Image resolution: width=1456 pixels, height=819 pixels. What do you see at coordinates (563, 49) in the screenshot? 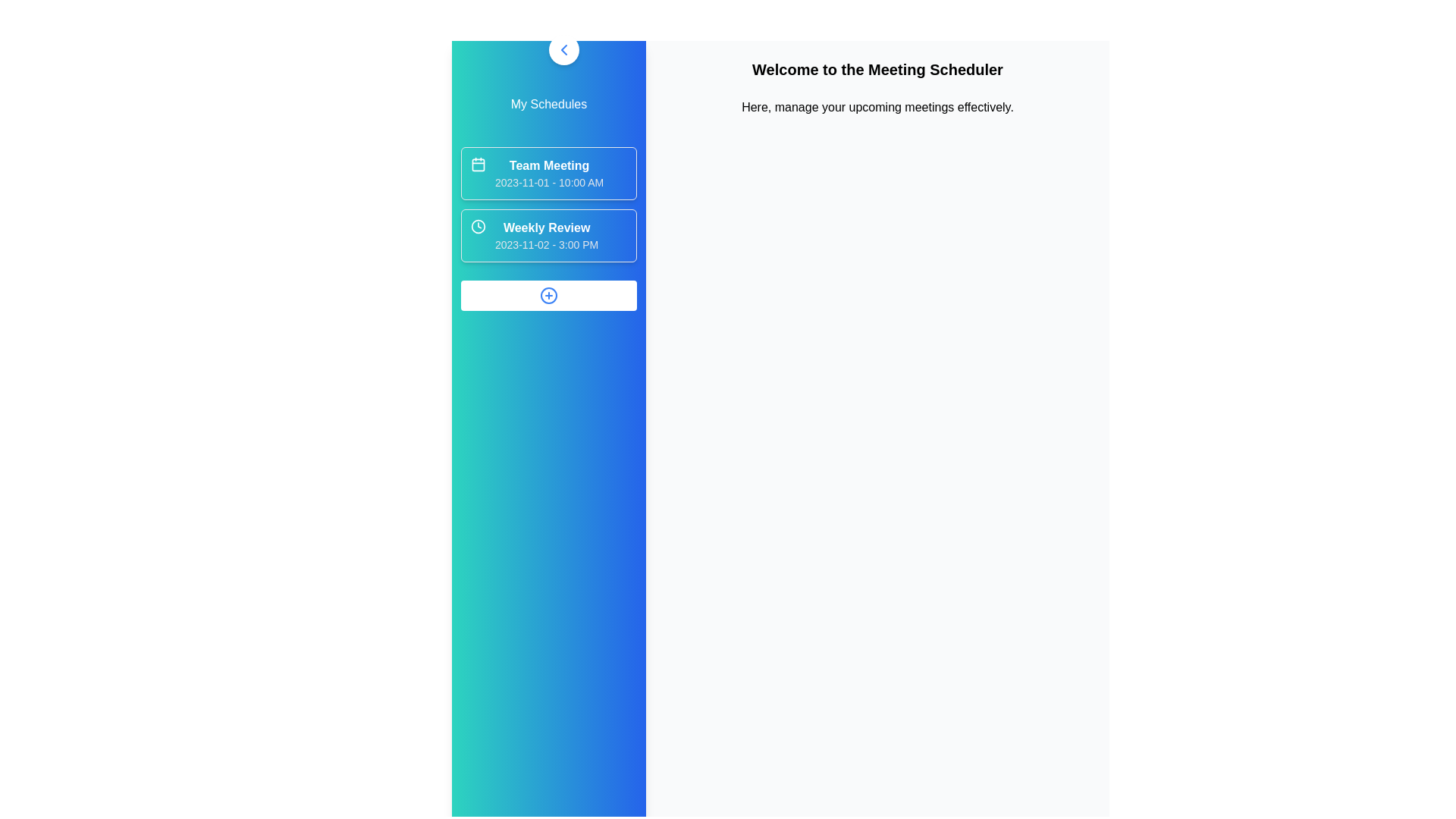
I see `the drawer toggle button to toggle the drawer's open/close state` at bounding box center [563, 49].